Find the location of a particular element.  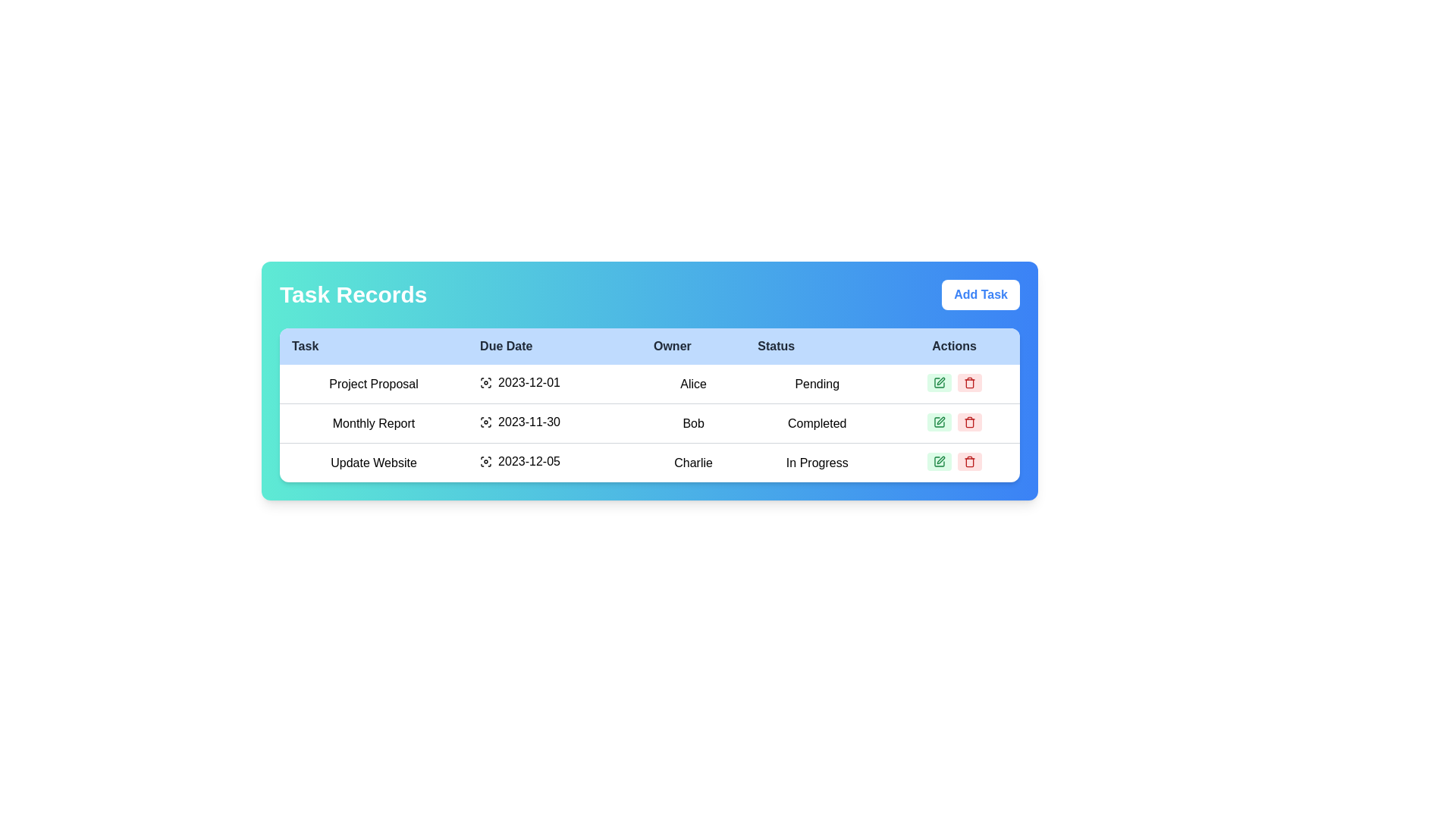

the Static Text Label displaying 'Alice' in the 'Owner' column of the table associated with the 'Project Proposal' task is located at coordinates (692, 383).